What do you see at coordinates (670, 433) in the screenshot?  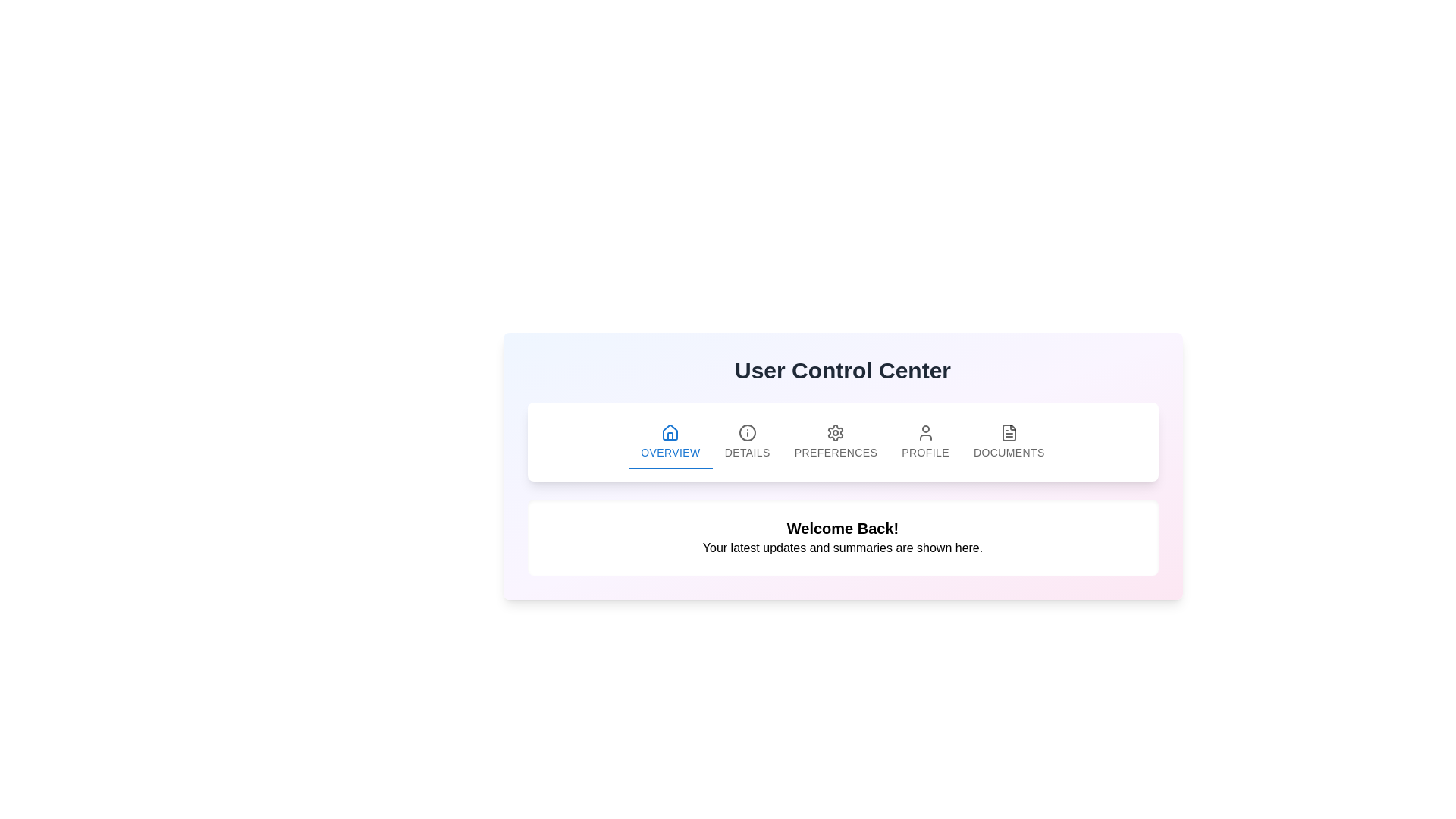 I see `the 'Overview' tab icon for navigation, which is centrally located above the text 'Overview' in the navigation bar` at bounding box center [670, 433].